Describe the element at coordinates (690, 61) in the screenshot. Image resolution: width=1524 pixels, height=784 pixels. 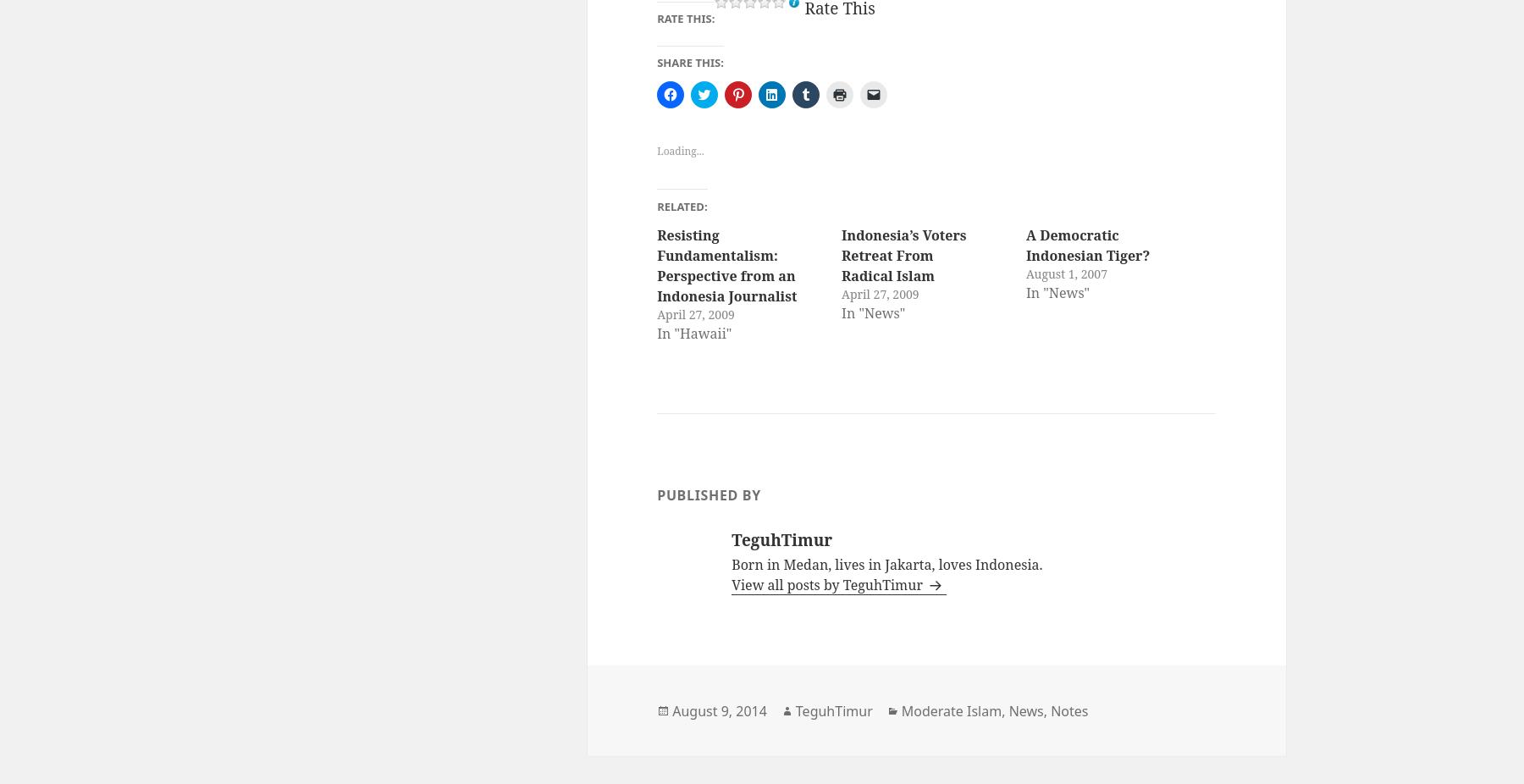
I see `'Share this:'` at that location.